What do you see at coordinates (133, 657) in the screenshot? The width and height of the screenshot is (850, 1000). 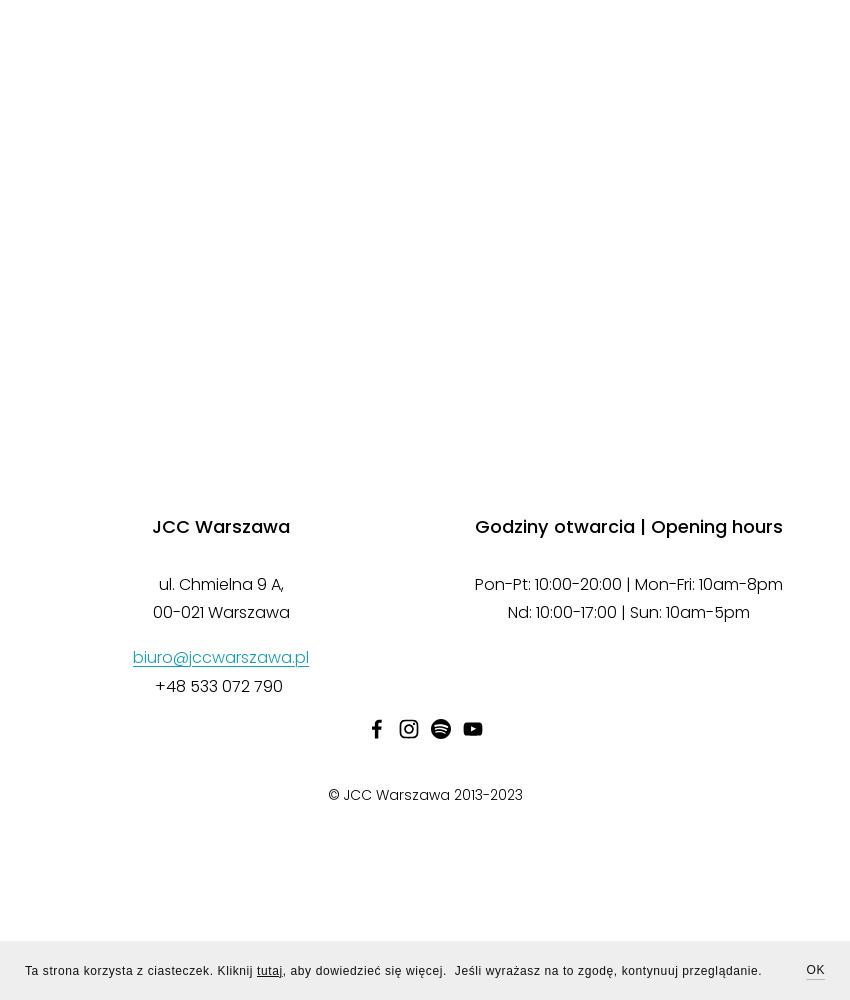 I see `'biuro@jccwarszawa.pl'` at bounding box center [133, 657].